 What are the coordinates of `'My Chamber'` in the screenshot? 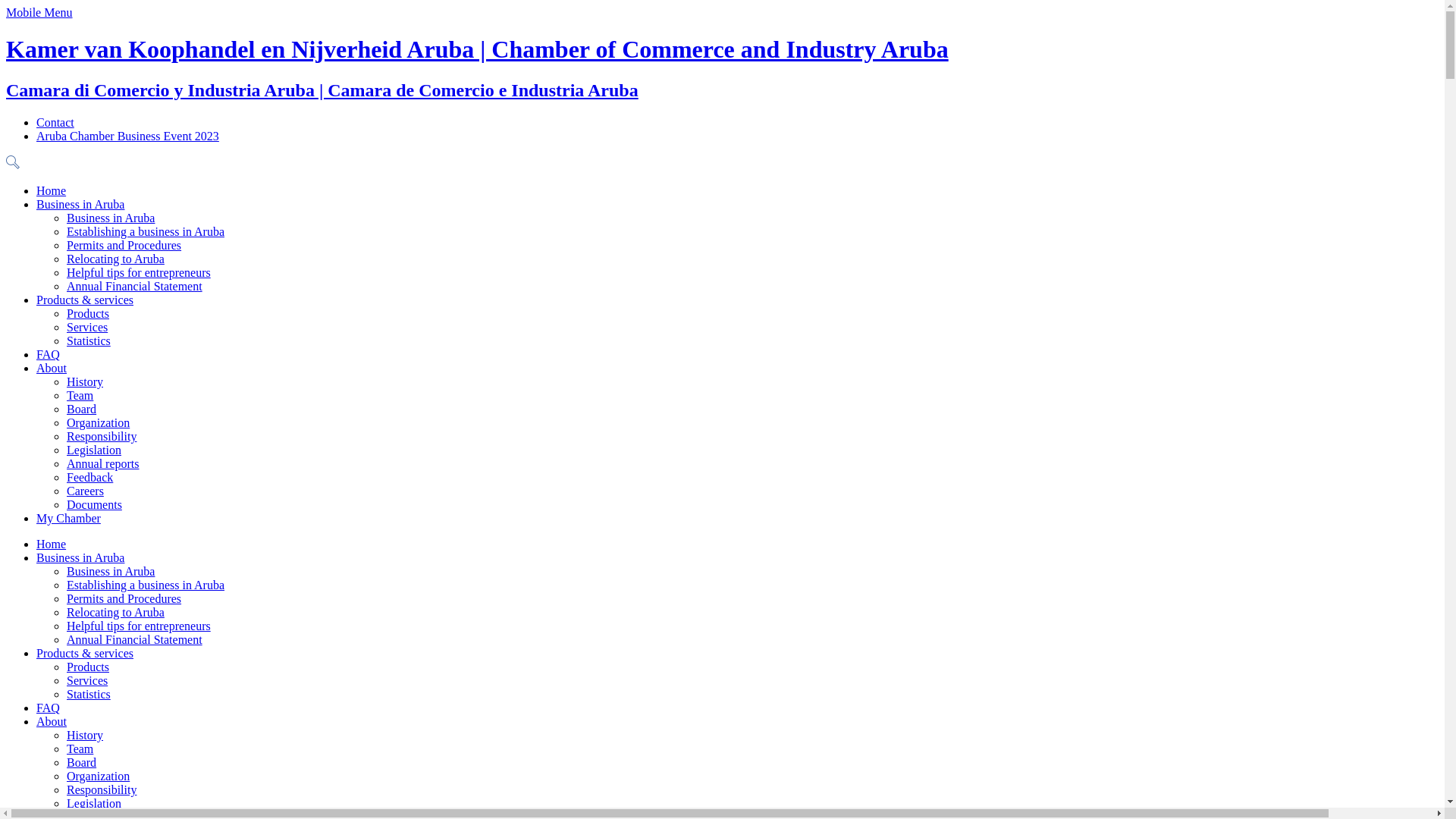 It's located at (67, 517).